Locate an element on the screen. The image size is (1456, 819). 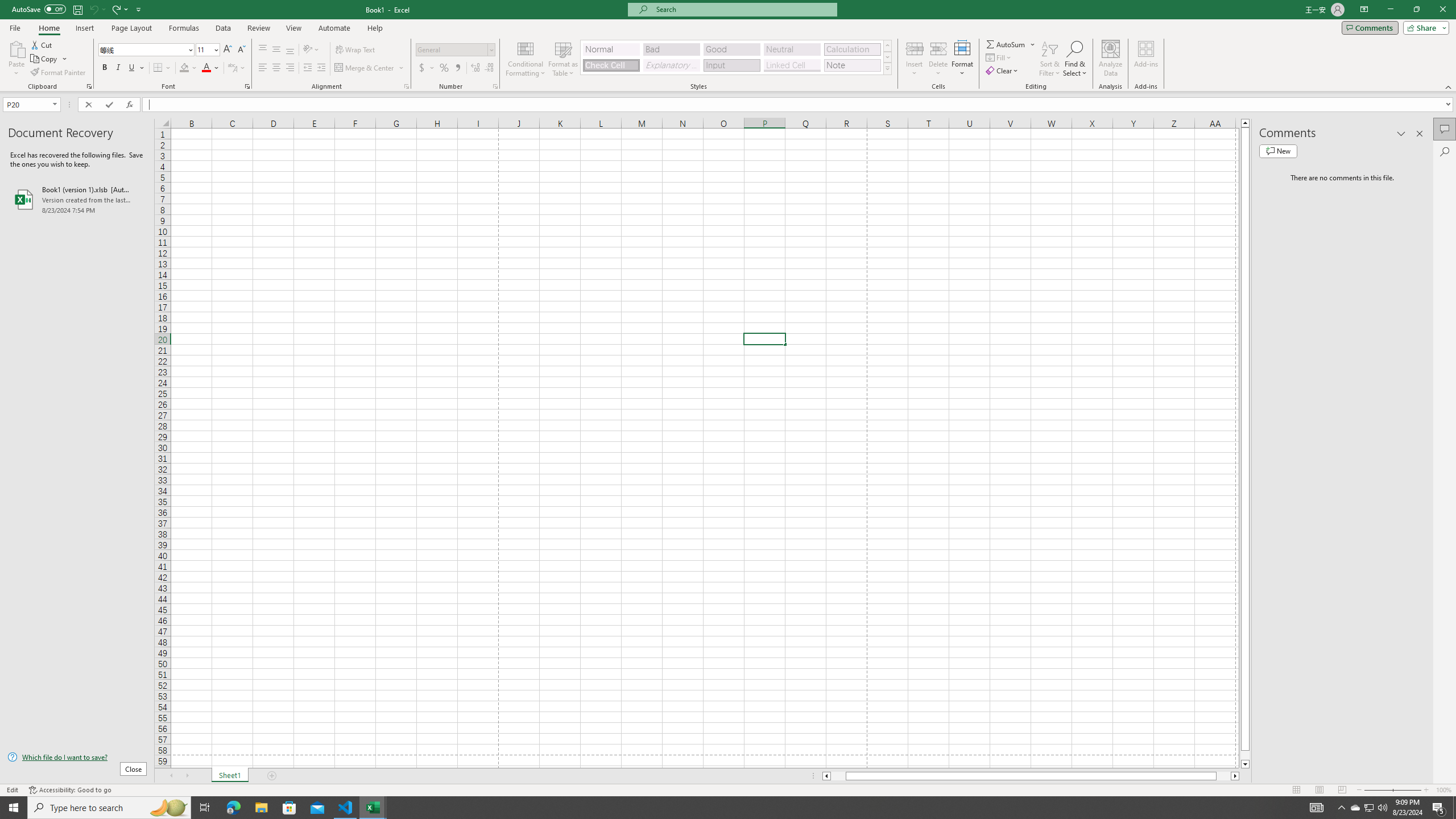
'Insert' is located at coordinates (913, 59).